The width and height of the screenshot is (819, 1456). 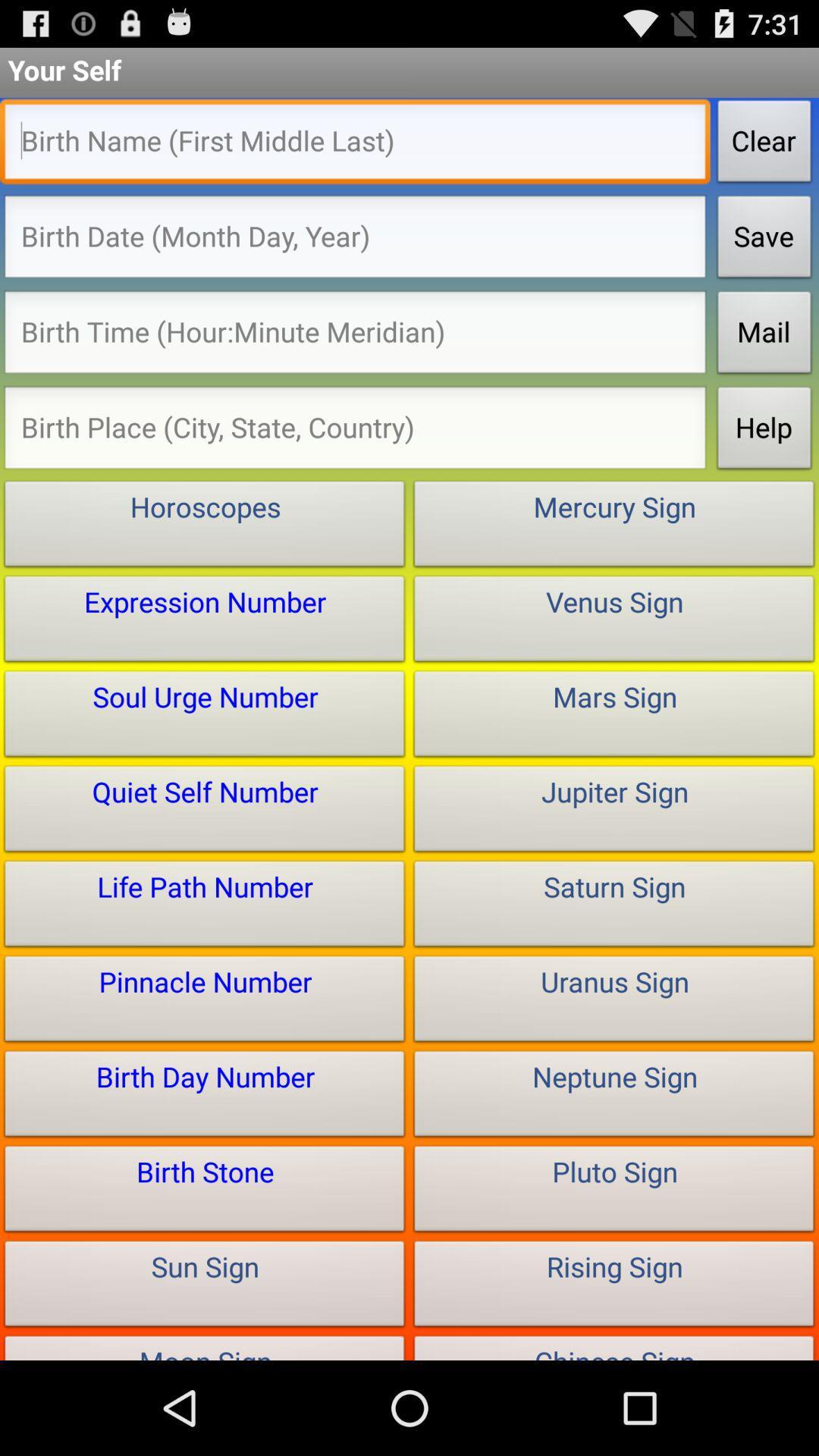 I want to click on birth region, so click(x=355, y=431).